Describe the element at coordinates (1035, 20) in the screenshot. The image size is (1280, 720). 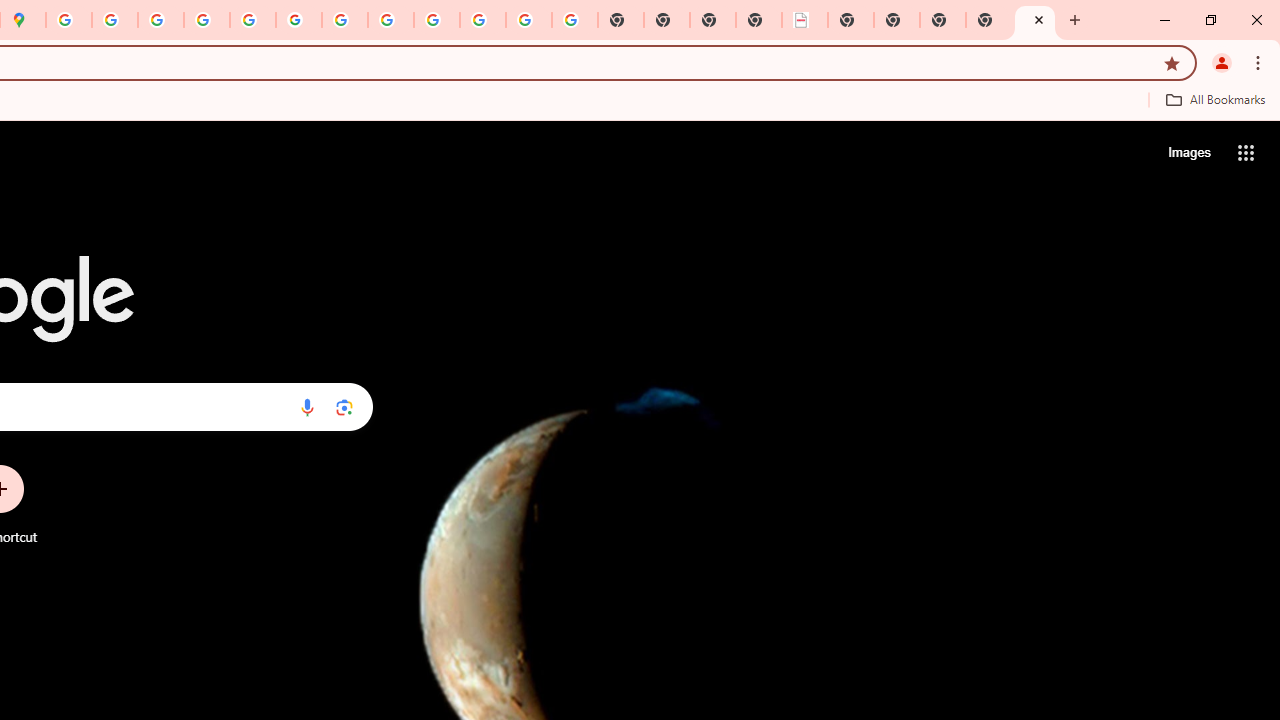
I see `'New Tab'` at that location.